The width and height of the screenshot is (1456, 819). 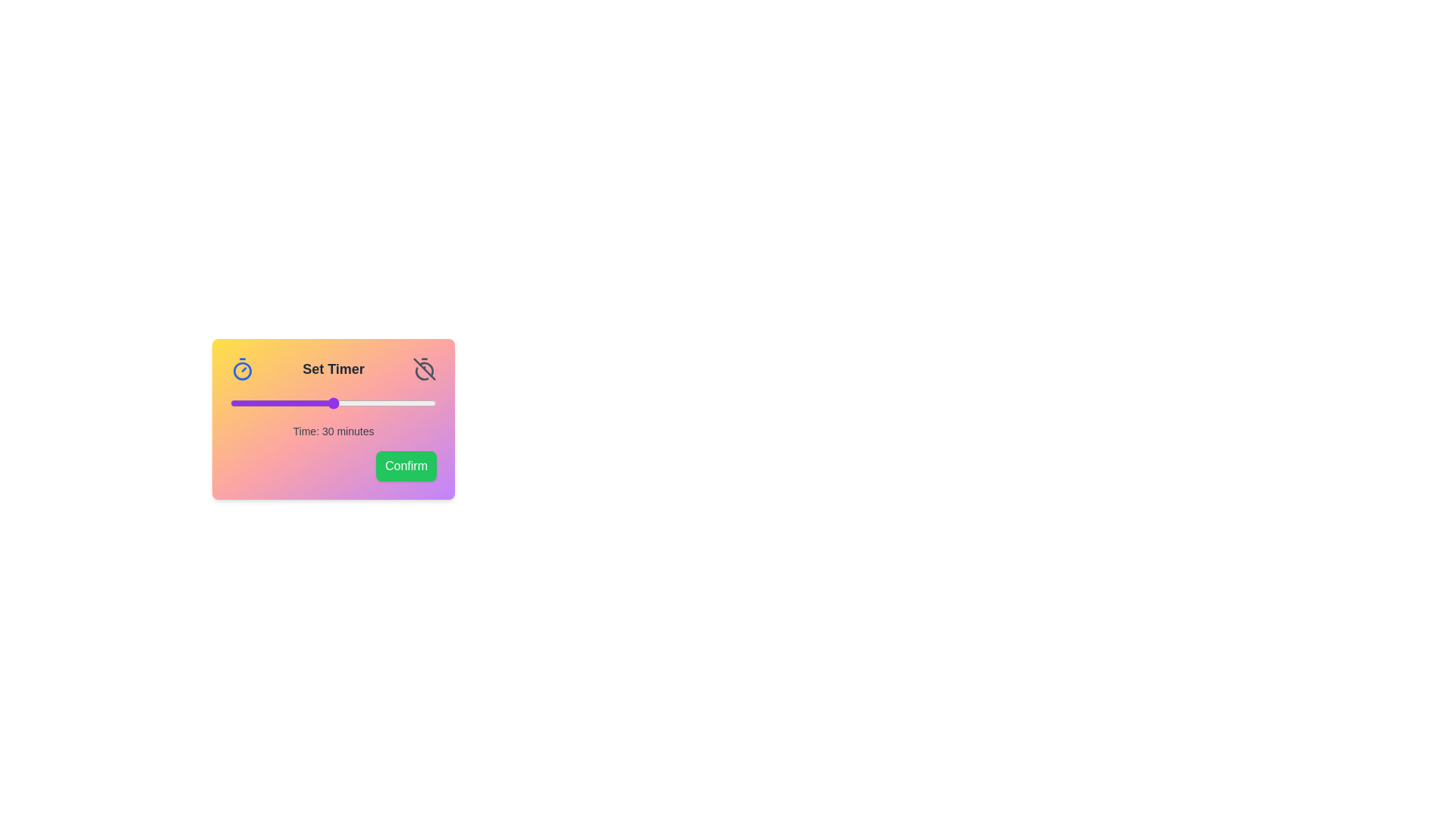 What do you see at coordinates (378, 403) in the screenshot?
I see `the slider to the desired time value 43 minutes` at bounding box center [378, 403].